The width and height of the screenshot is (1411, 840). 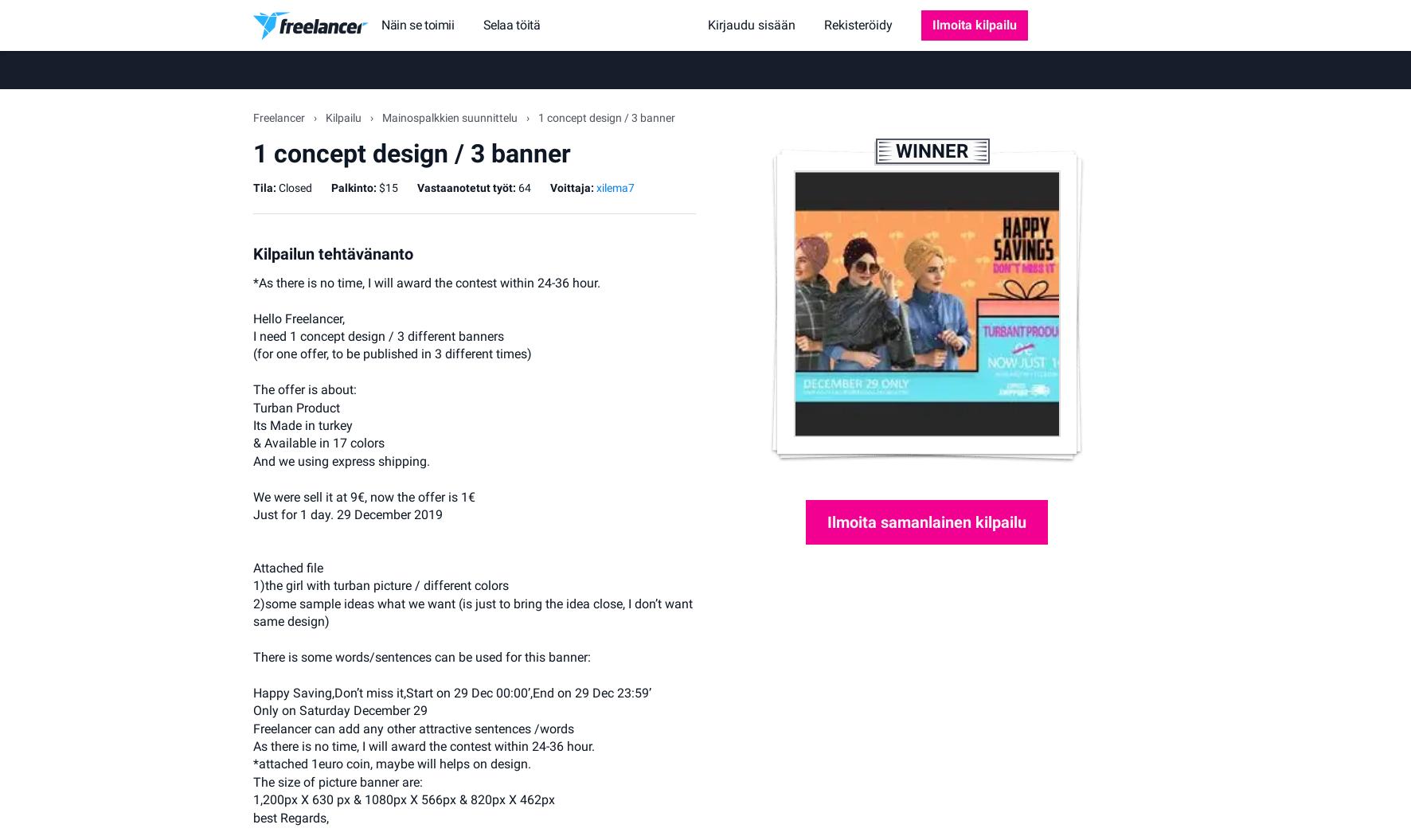 What do you see at coordinates (252, 611) in the screenshot?
I see `'2)some sample ideas what we want (is just to bring the idea close, I don’t want same design)'` at bounding box center [252, 611].